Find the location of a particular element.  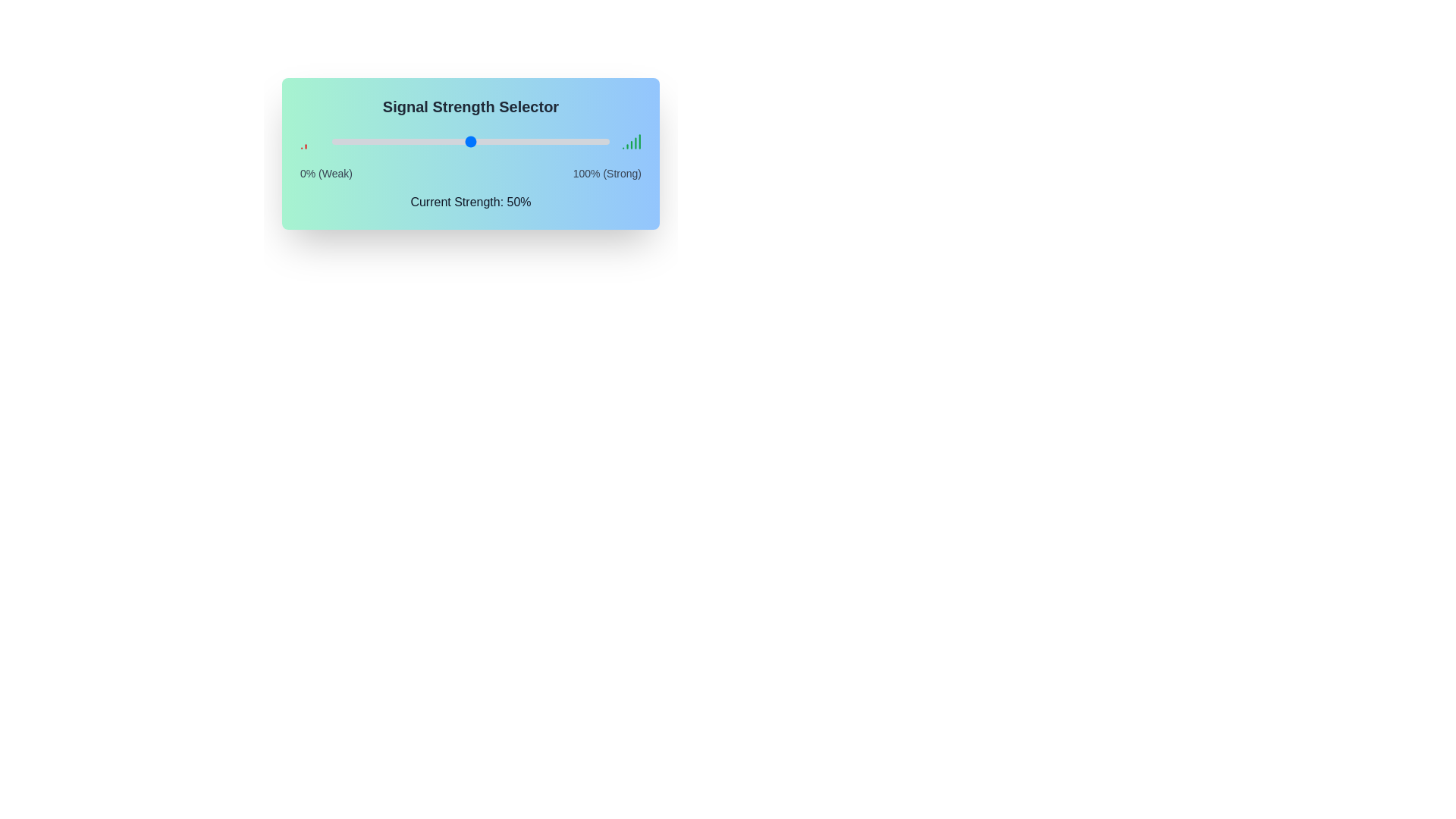

the signal strength slider to 11% to observe the visual signal strength indicators is located at coordinates (362, 141).